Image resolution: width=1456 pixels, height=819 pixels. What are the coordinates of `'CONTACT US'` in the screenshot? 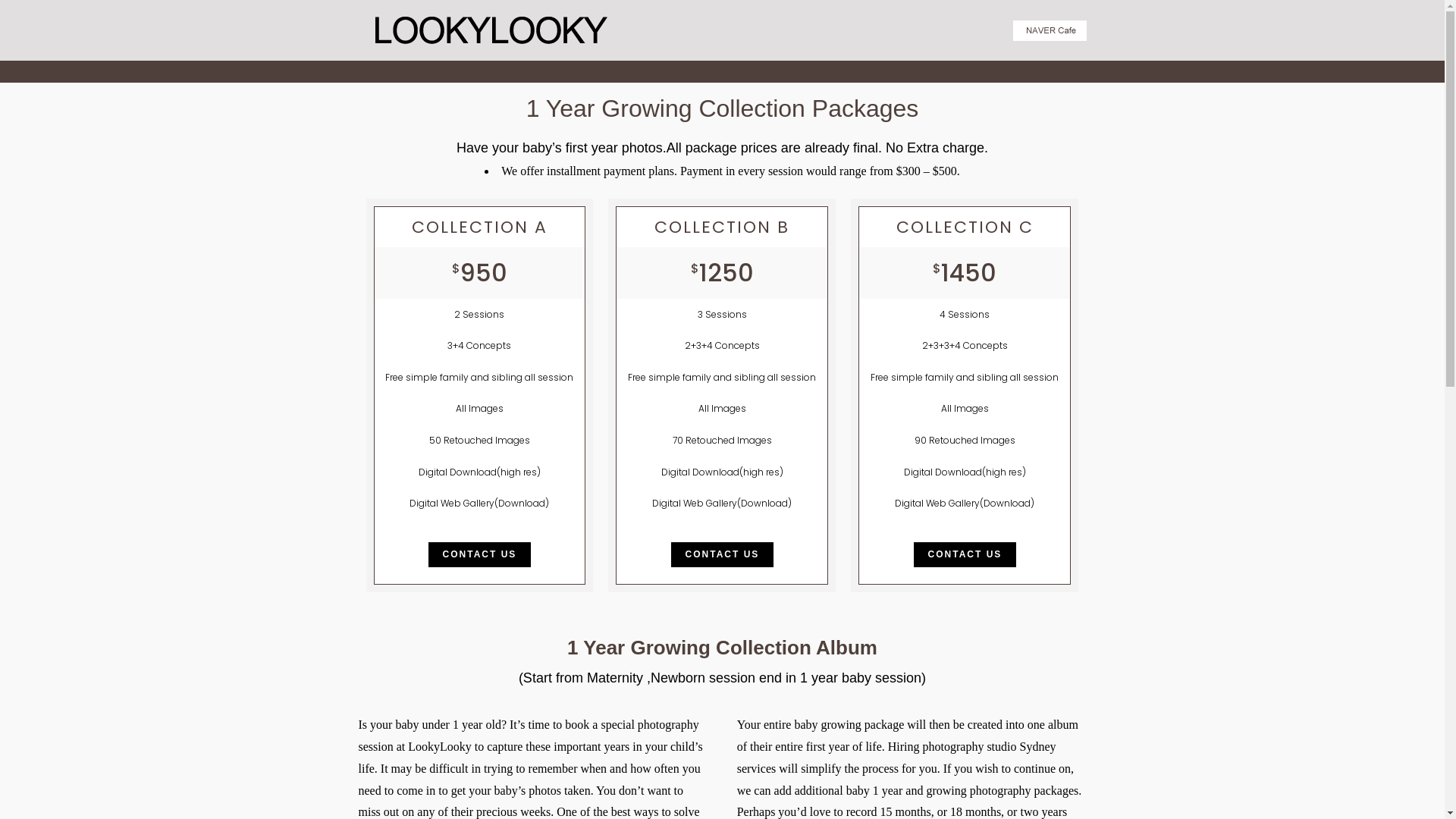 It's located at (479, 554).